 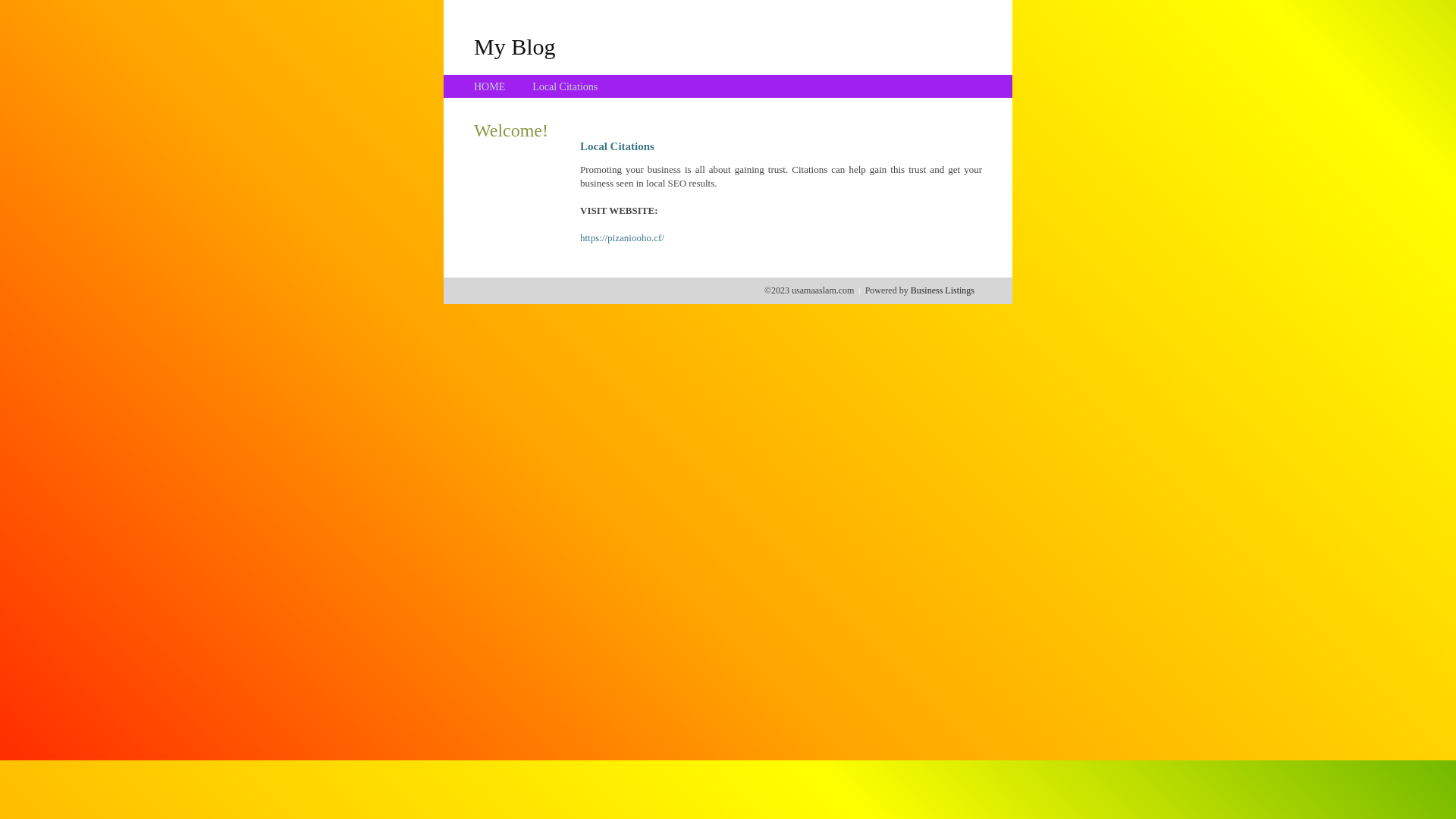 I want to click on 'https://pizaniooho.cf/', so click(x=622, y=237).